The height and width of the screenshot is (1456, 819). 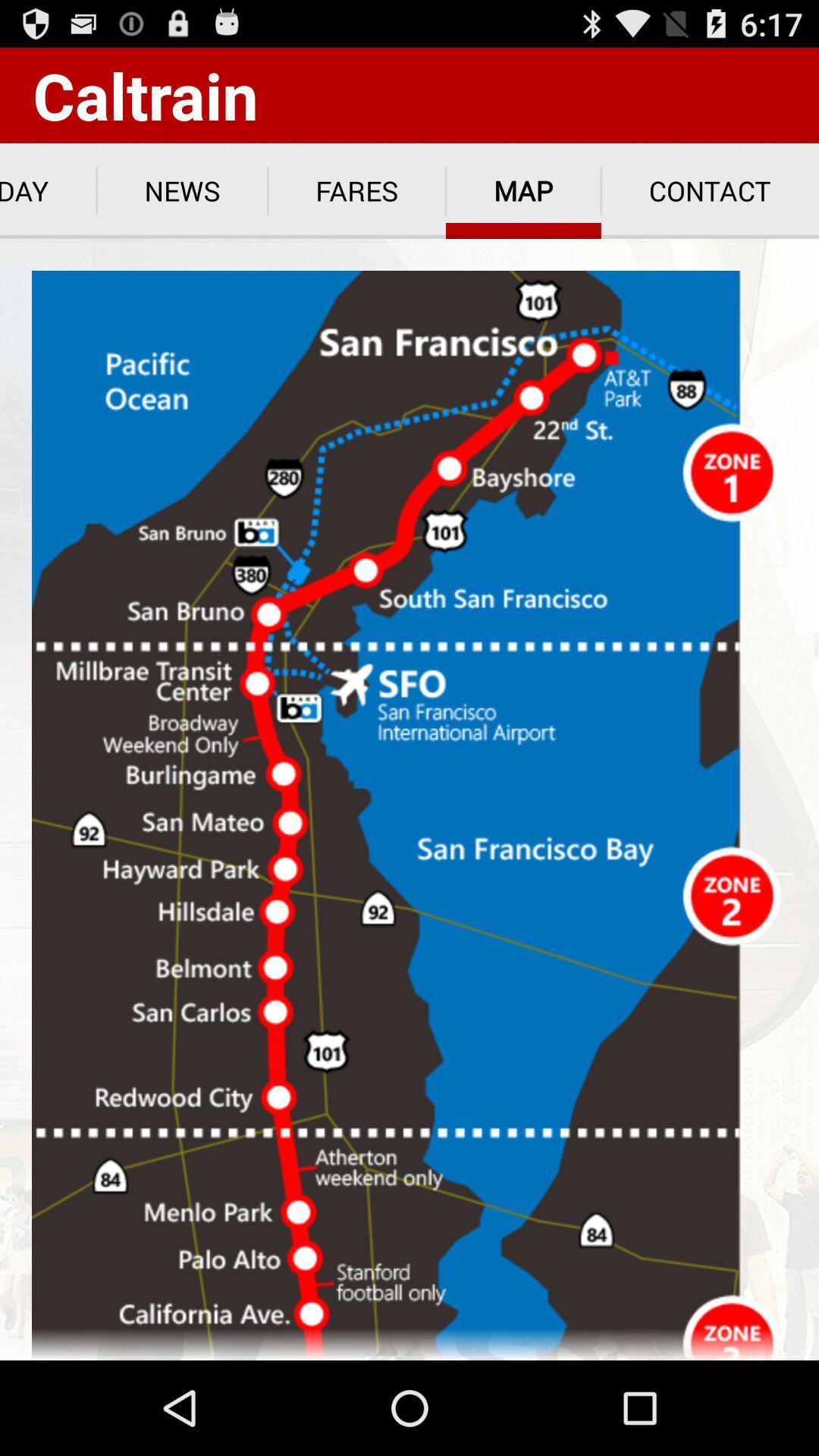 What do you see at coordinates (710, 190) in the screenshot?
I see `the app next to map` at bounding box center [710, 190].